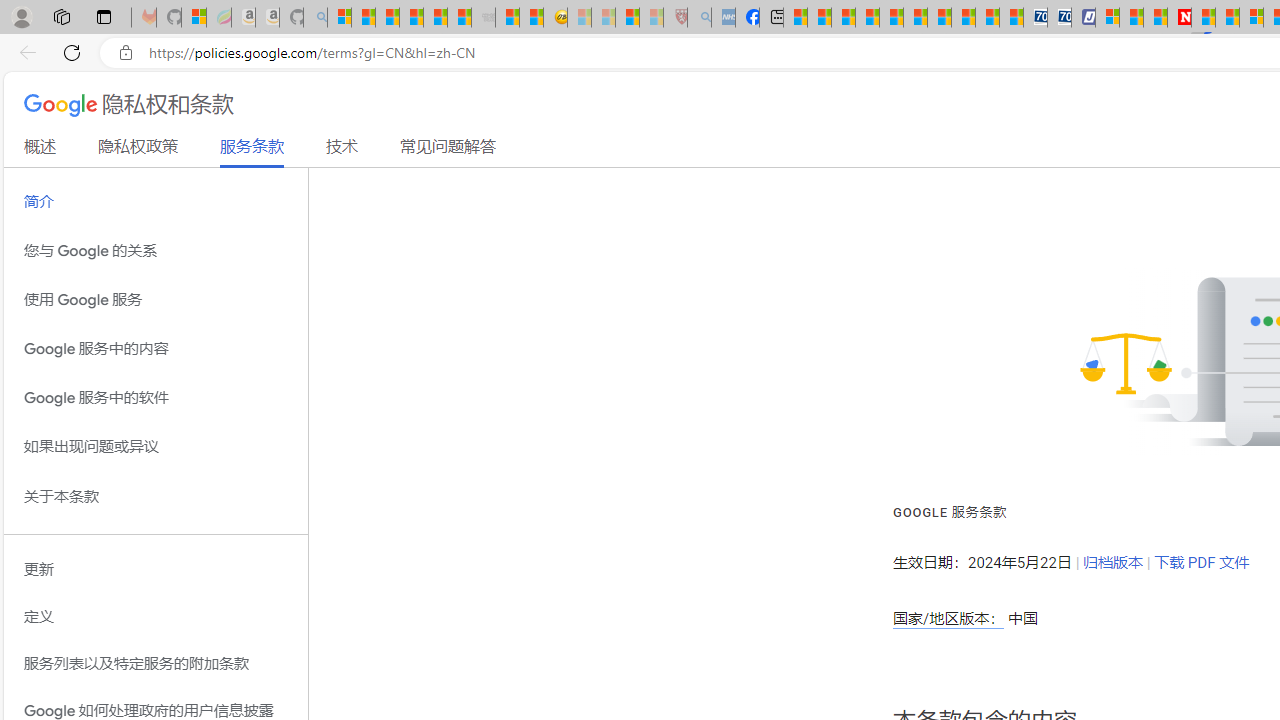 Image resolution: width=1280 pixels, height=720 pixels. What do you see at coordinates (843, 17) in the screenshot?
I see `'World - MSN'` at bounding box center [843, 17].